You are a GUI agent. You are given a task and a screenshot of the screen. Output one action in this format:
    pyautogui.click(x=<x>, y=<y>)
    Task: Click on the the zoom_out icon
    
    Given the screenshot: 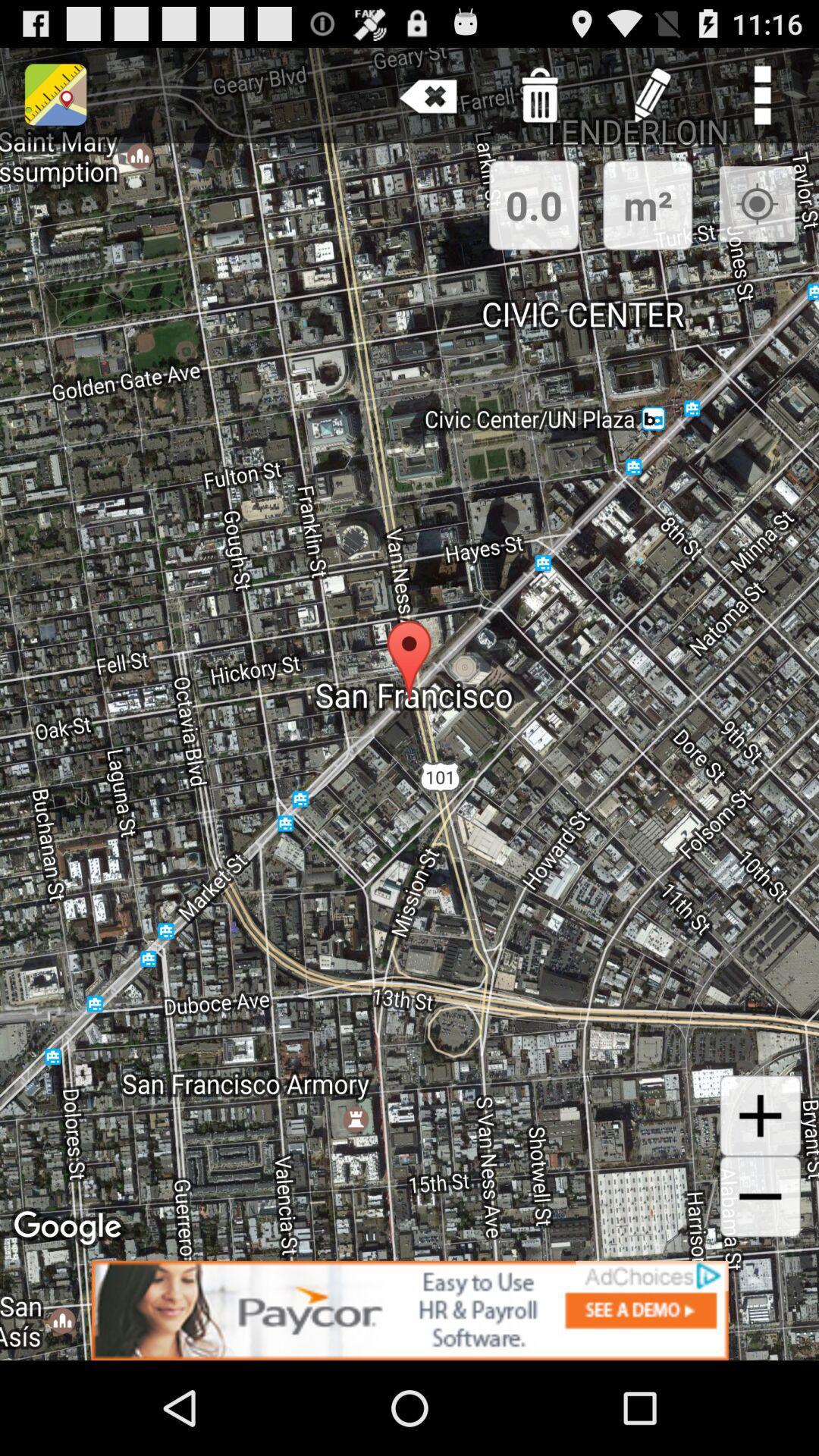 What is the action you would take?
    pyautogui.click(x=760, y=1279)
    